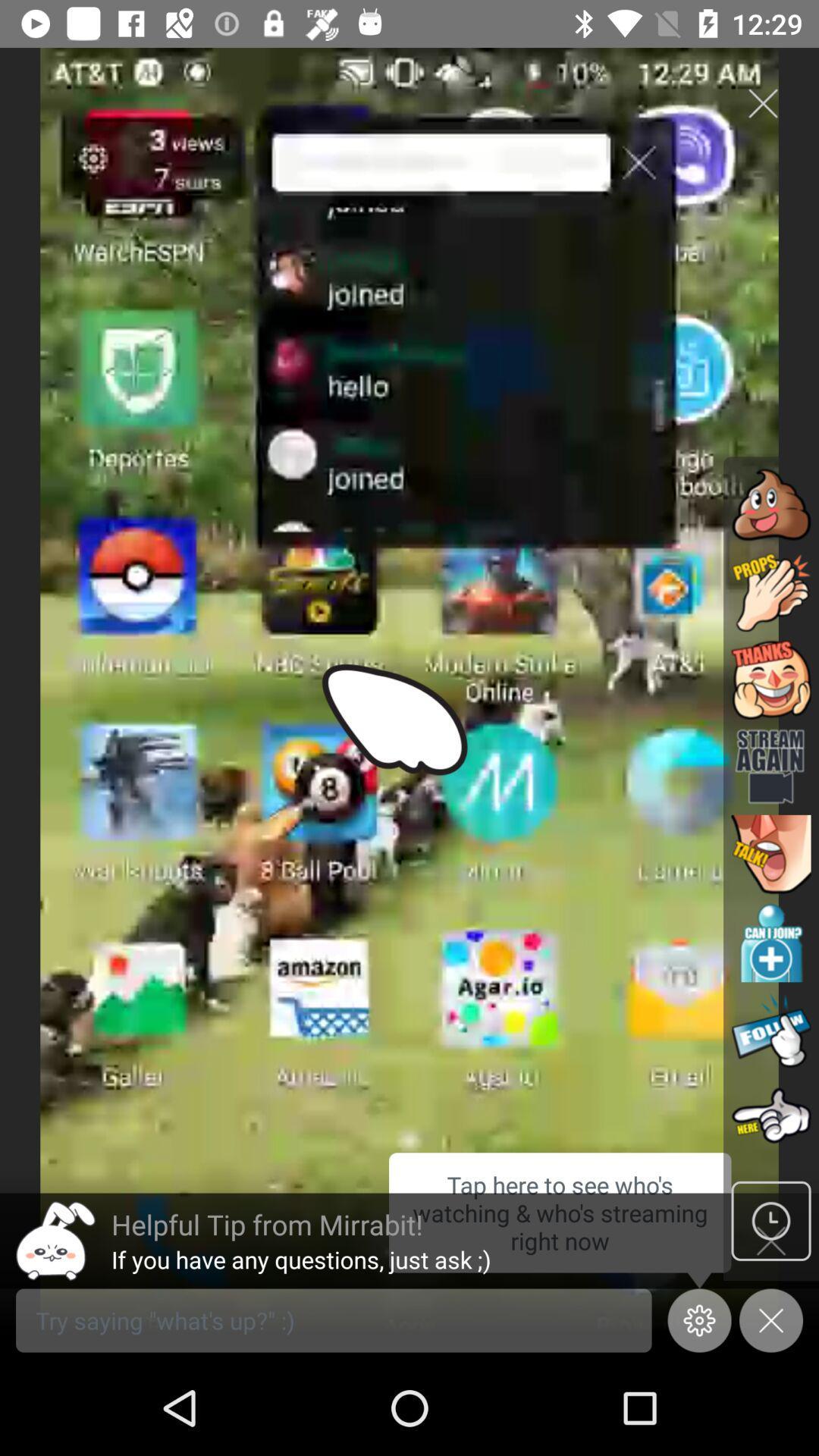 The width and height of the screenshot is (819, 1456). Describe the element at coordinates (763, 102) in the screenshot. I see `the close icon` at that location.